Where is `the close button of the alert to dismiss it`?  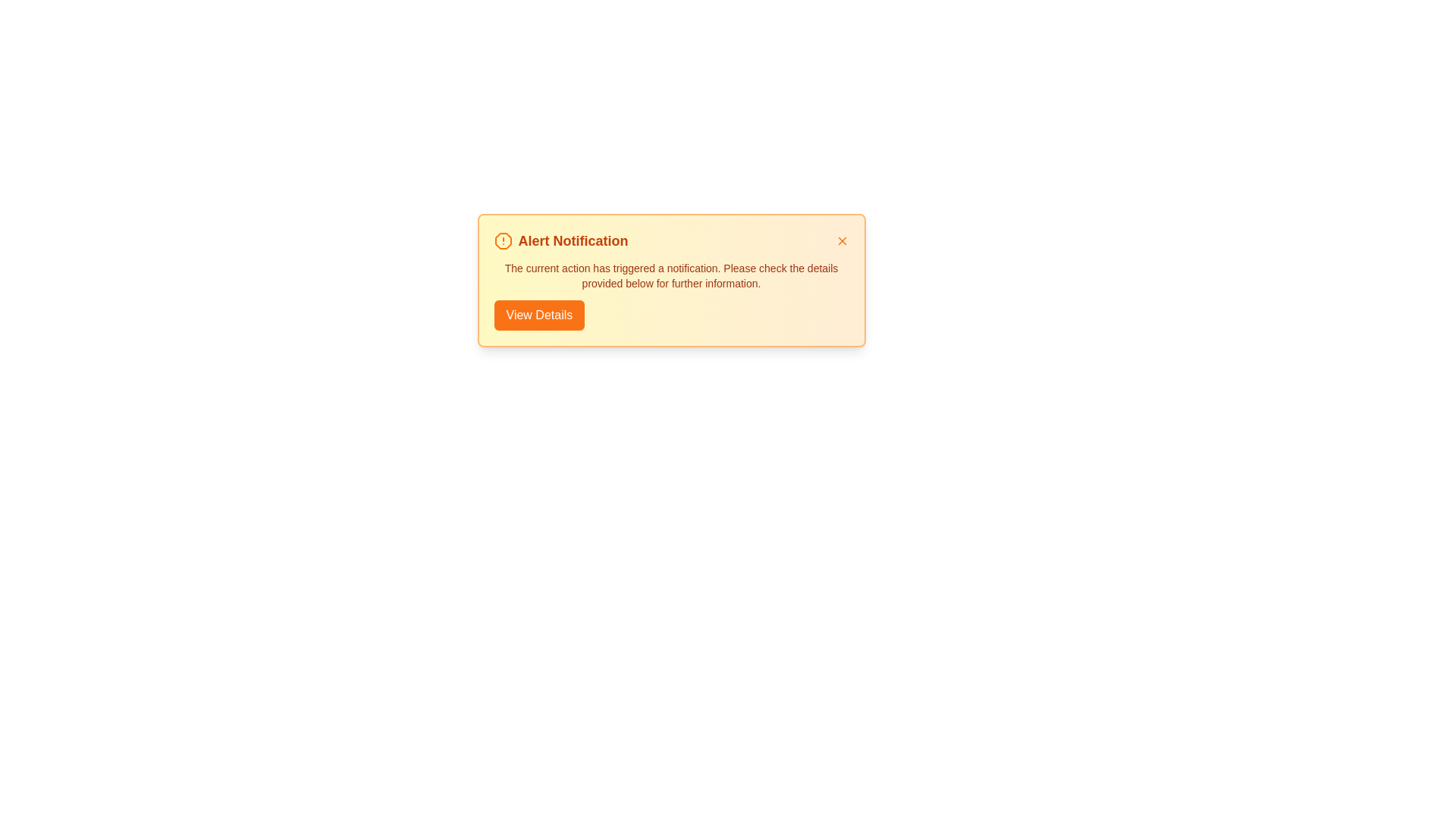 the close button of the alert to dismiss it is located at coordinates (841, 240).